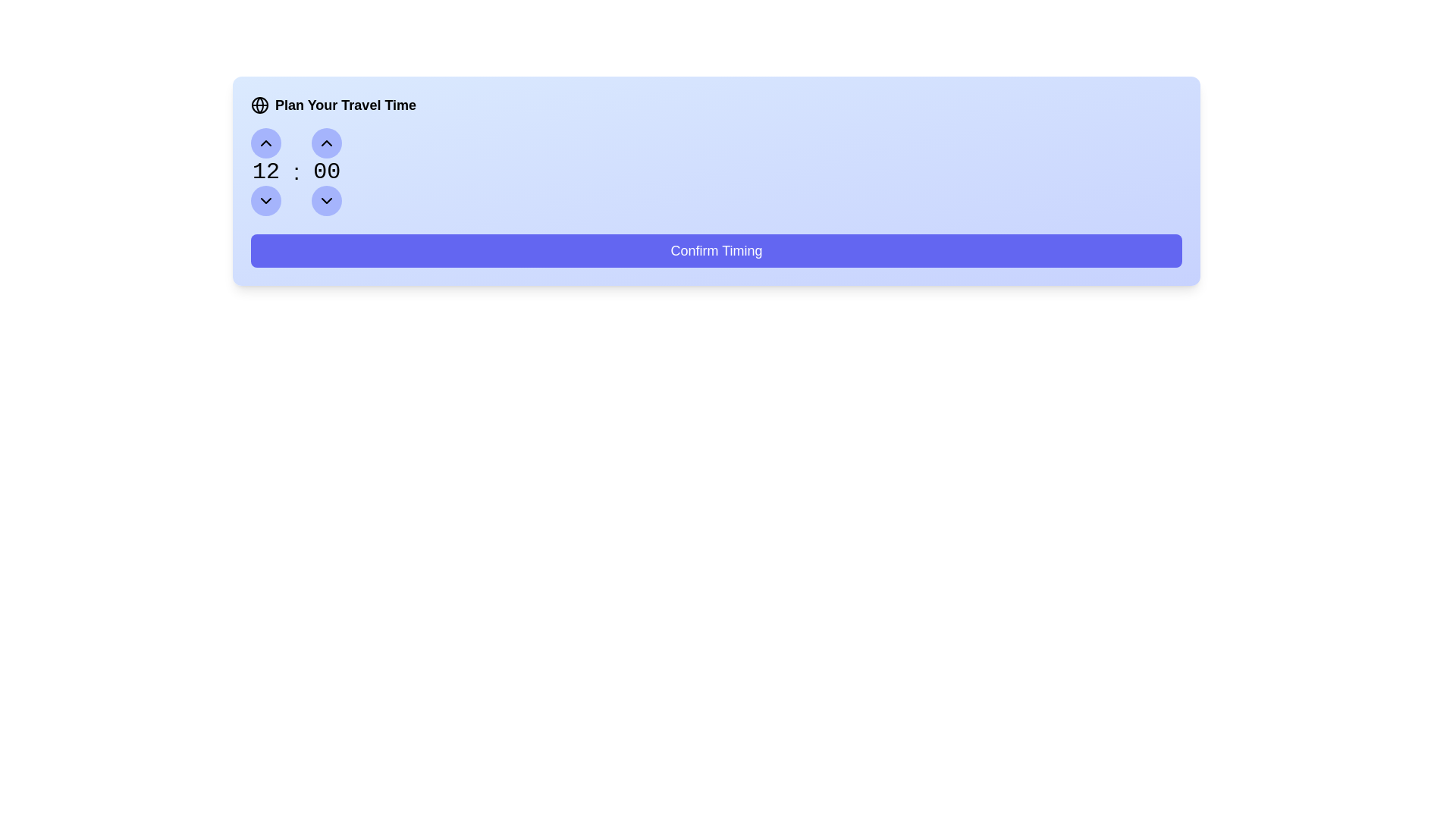  I want to click on the chevron-down SVG icon within its circular button located in the lower-left of the time configuration interface, so click(326, 200).